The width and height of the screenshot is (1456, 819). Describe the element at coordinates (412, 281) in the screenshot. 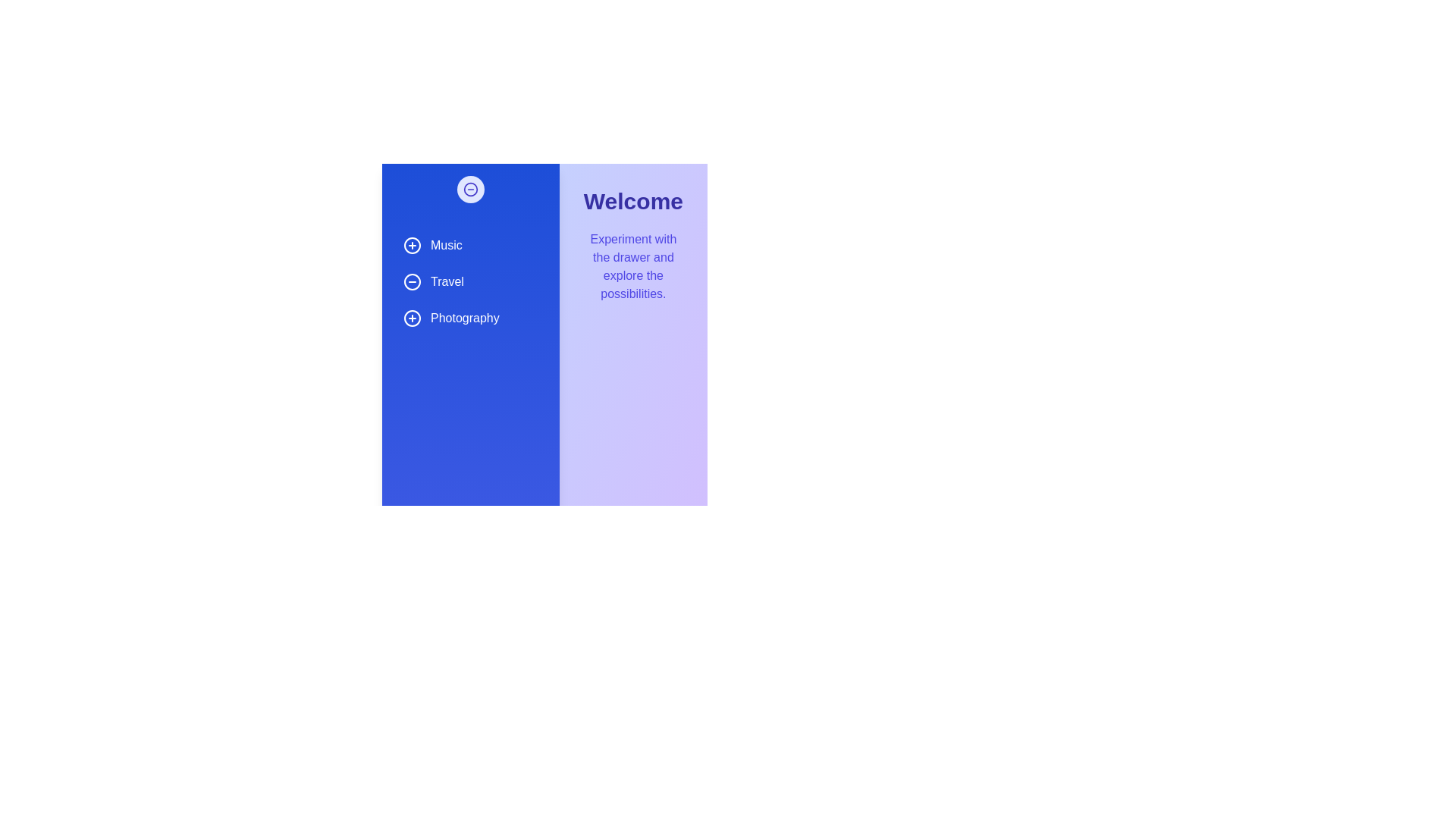

I see `the icon corresponding to Travel in the drawer` at that location.